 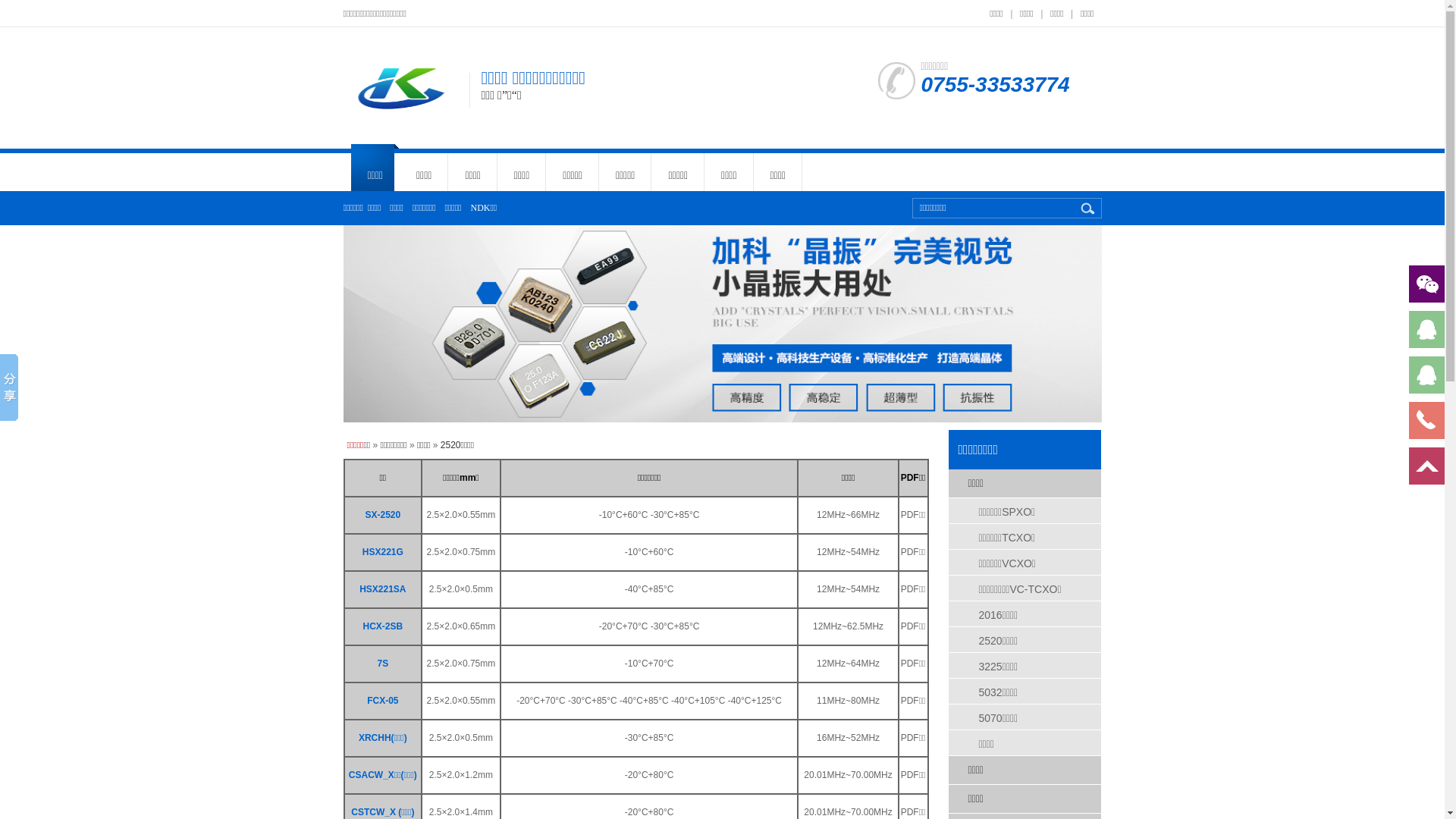 What do you see at coordinates (382, 513) in the screenshot?
I see `'SX-2520'` at bounding box center [382, 513].